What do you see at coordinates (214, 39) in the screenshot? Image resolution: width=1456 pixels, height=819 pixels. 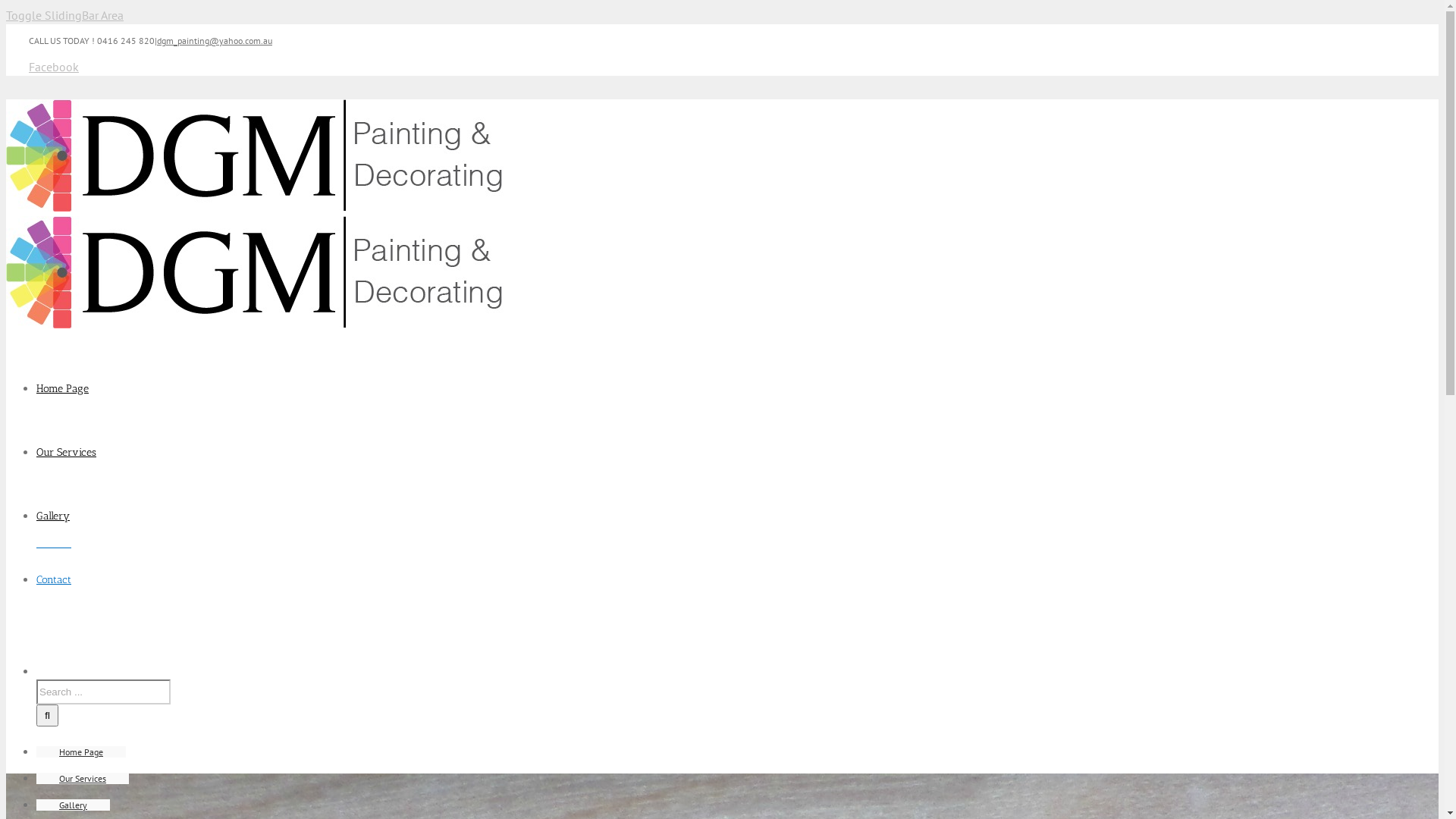 I see `'dgm_painting@yahoo.com.au'` at bounding box center [214, 39].